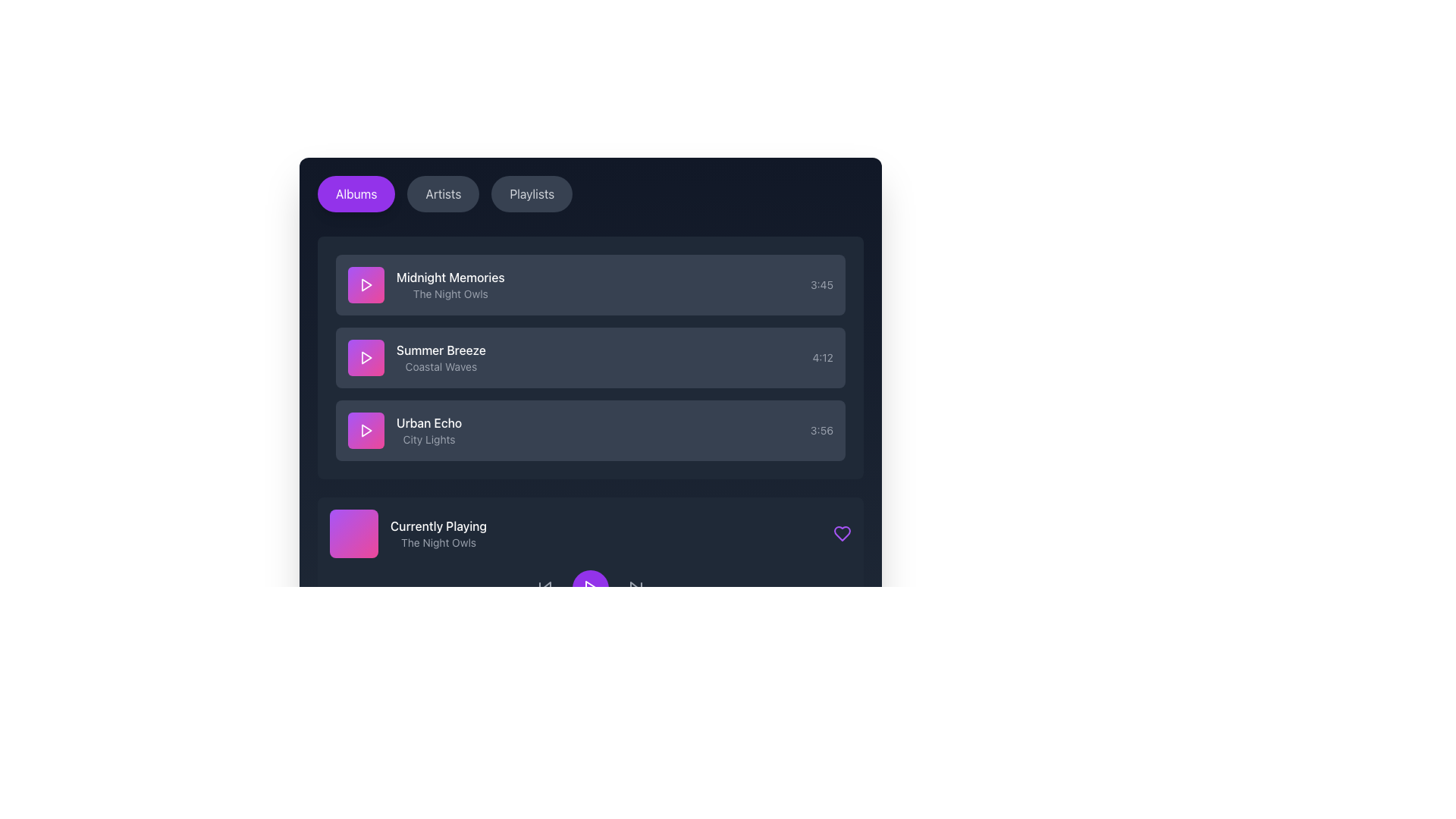  I want to click on the forward skip button, which is styled as an arrow with a vertical line beside it and is located at the far right of the control group in the bottom section of the interface, so click(636, 587).